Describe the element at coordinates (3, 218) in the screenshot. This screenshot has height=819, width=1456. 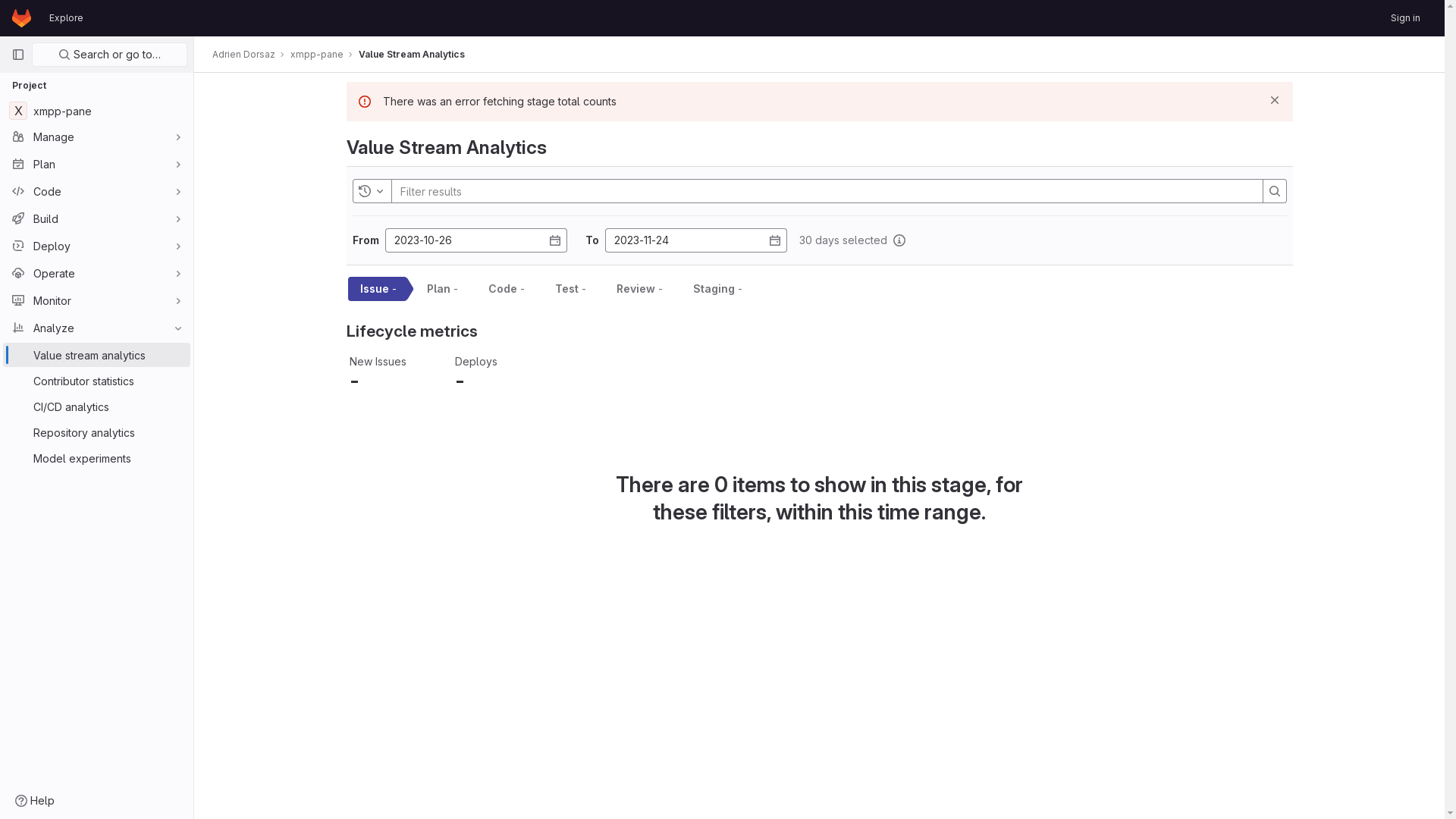
I see `'Build'` at that location.